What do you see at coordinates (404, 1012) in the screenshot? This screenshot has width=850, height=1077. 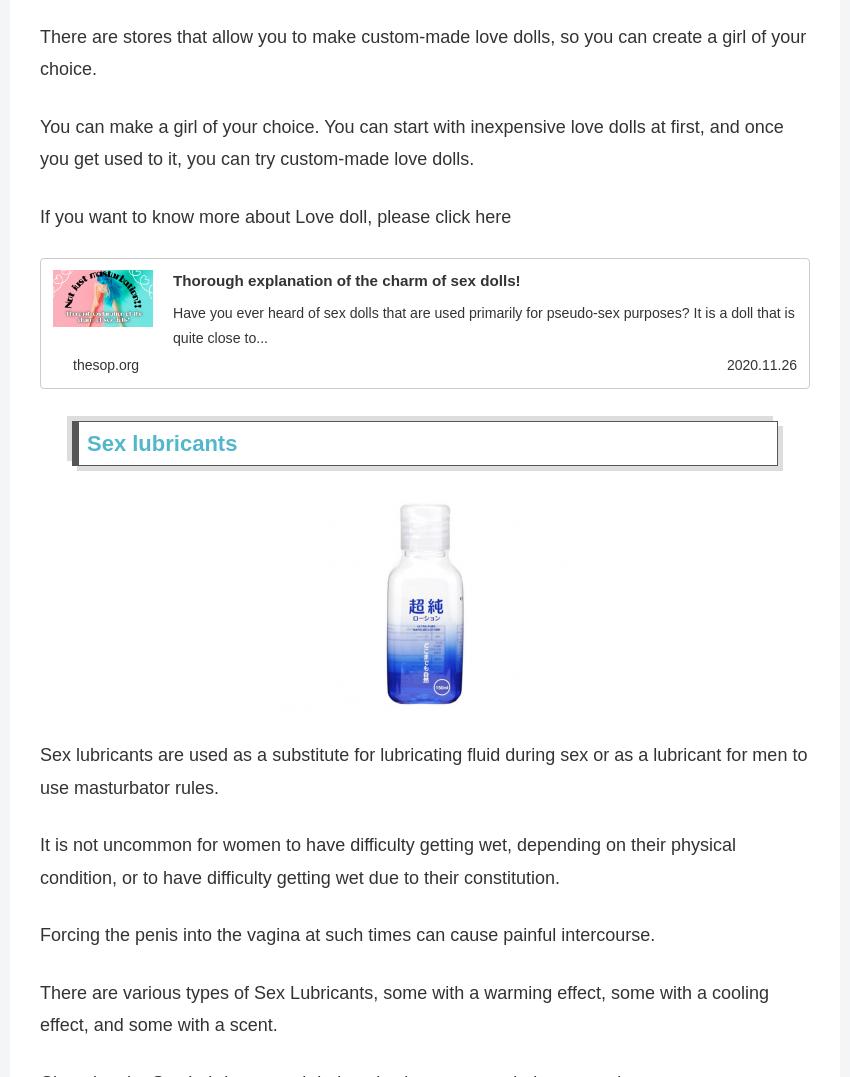 I see `'There are various types of Sex Lubricants, some with a warming effect, some with a cooling effect, and some with a scent.'` at bounding box center [404, 1012].